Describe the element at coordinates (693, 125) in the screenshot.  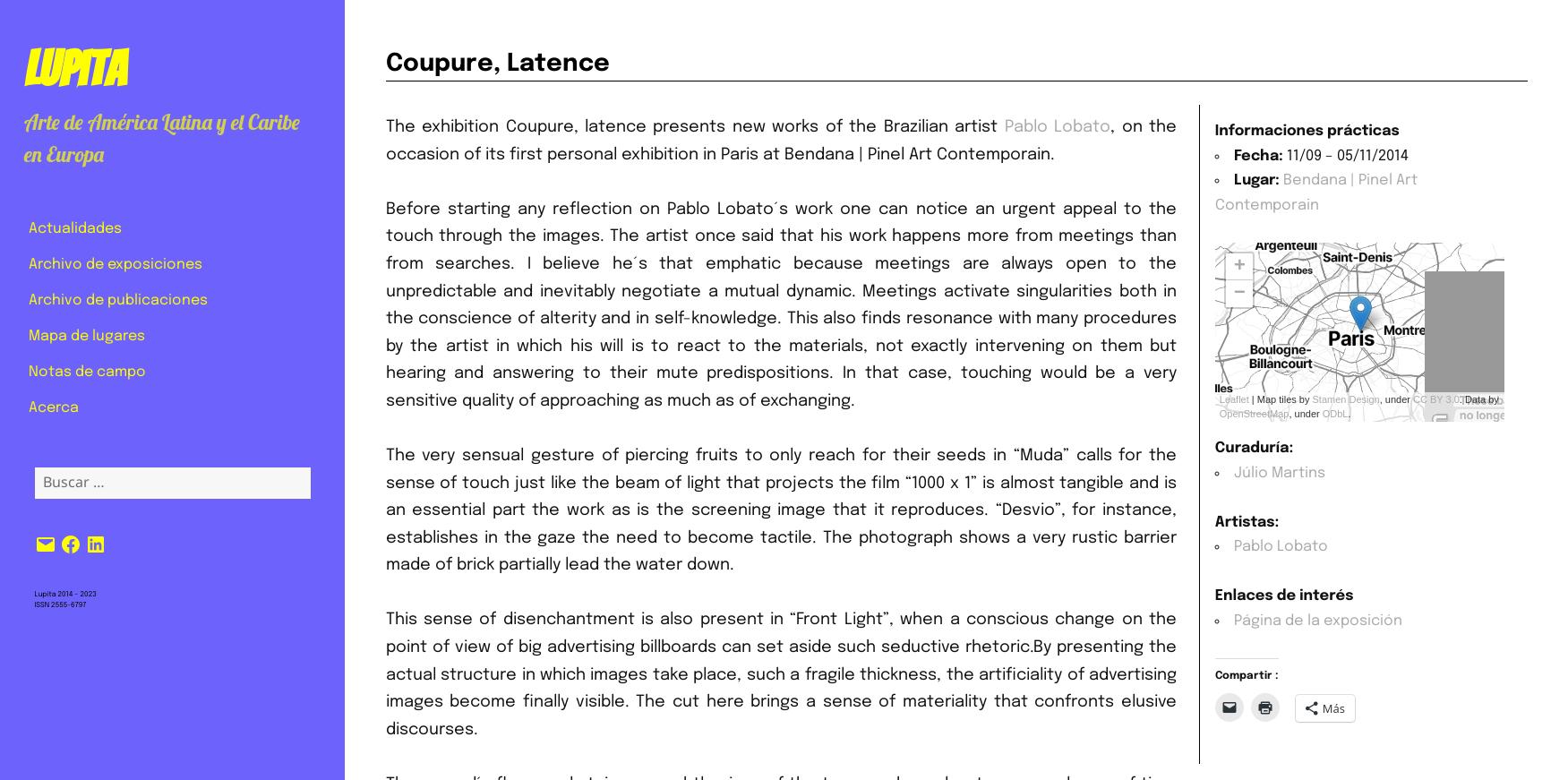
I see `'The exhibition Coupure, latence presents new works of the Brazilian artist'` at that location.